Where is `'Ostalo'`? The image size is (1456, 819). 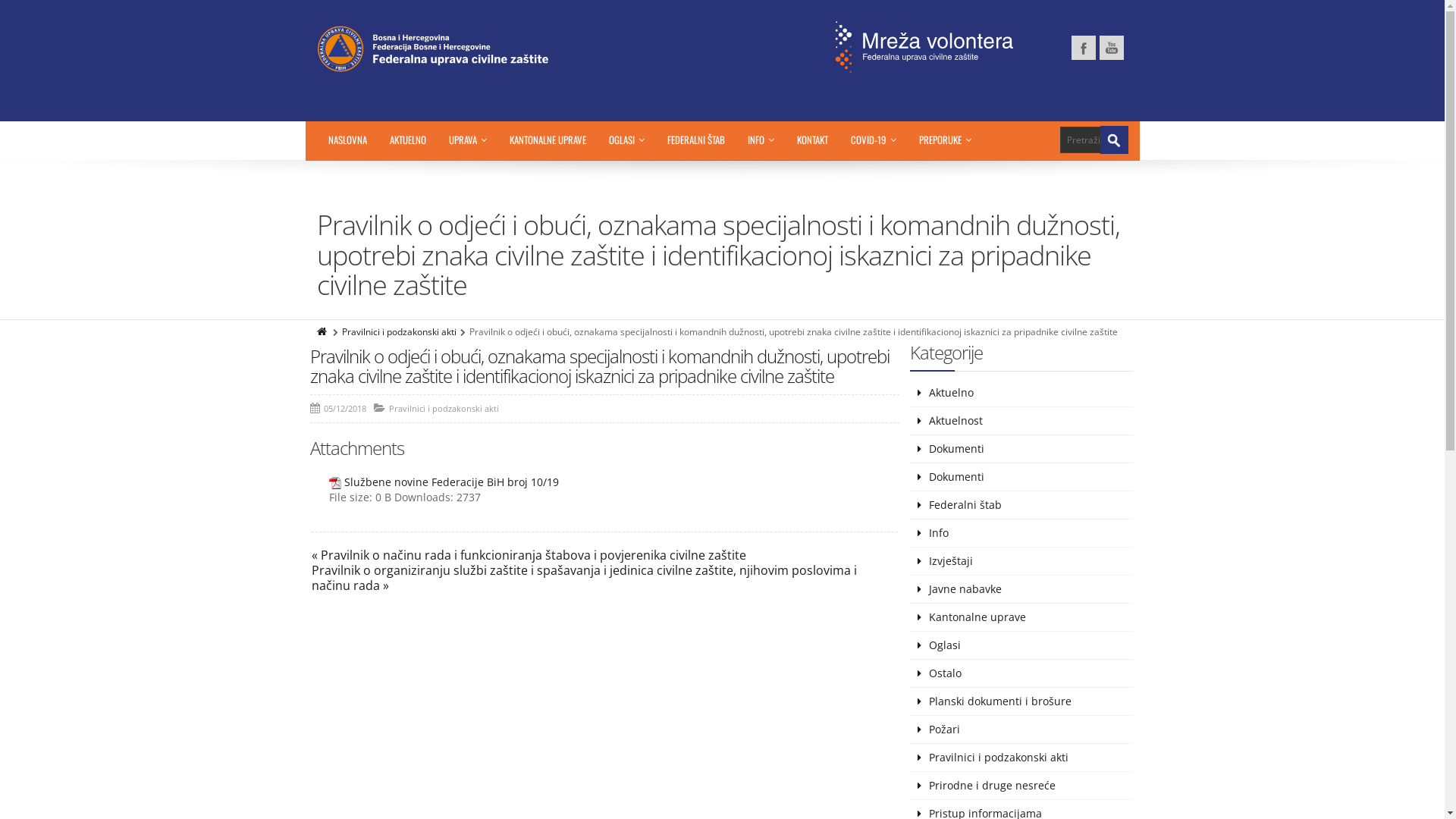
'Ostalo' is located at coordinates (1021, 673).